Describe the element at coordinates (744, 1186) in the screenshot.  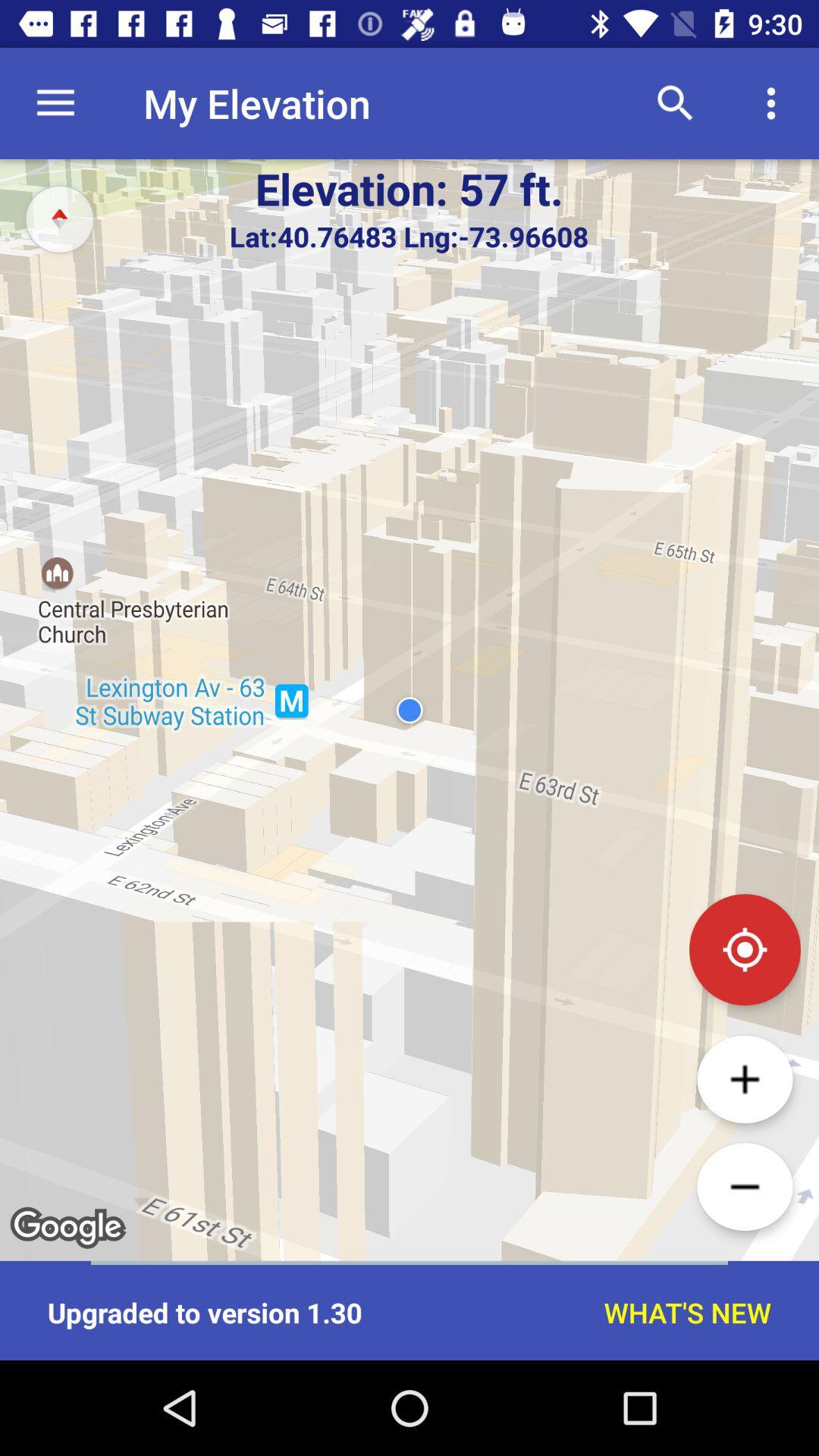
I see `zoon out` at that location.